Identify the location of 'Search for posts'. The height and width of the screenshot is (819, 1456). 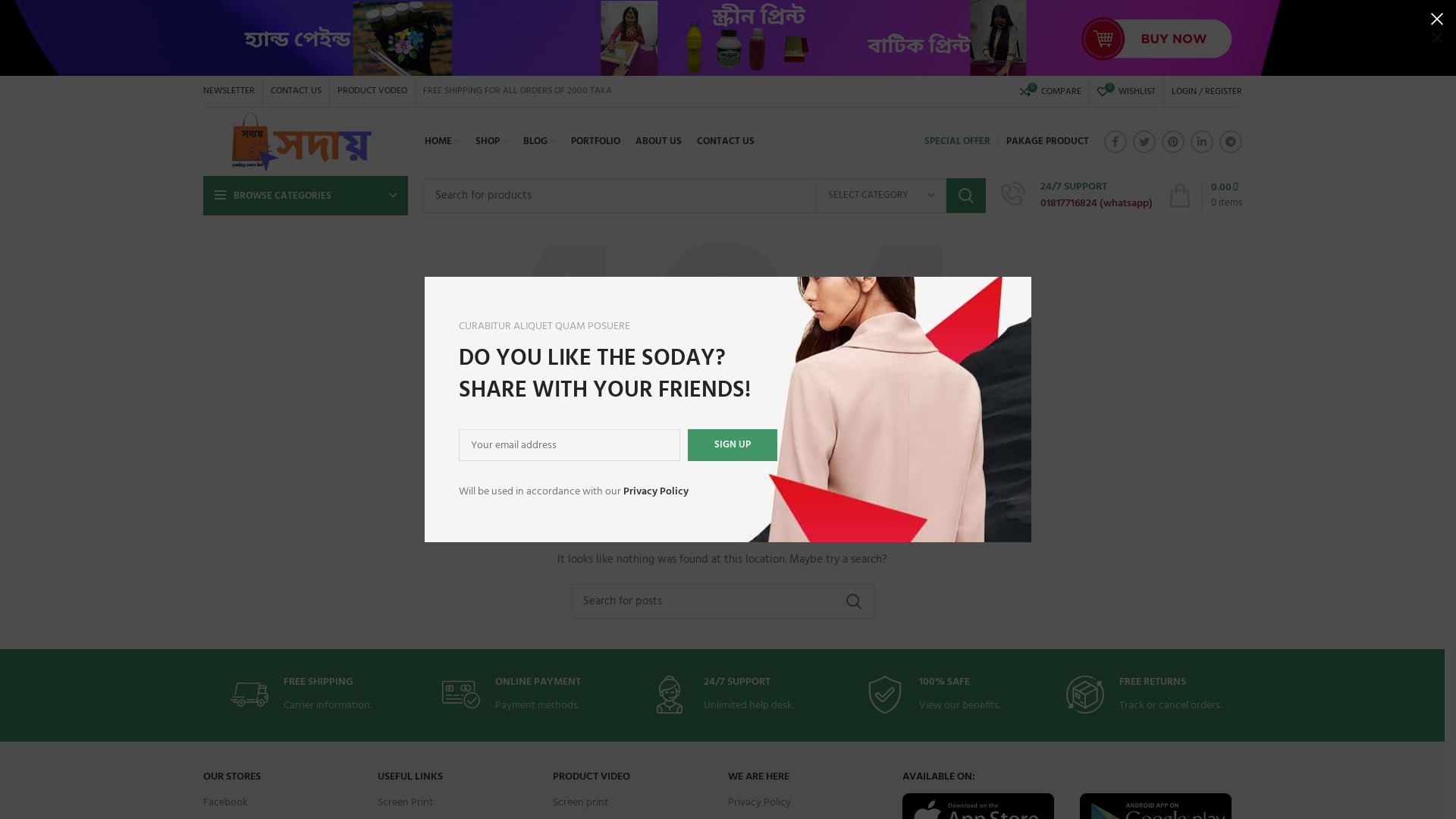
(720, 601).